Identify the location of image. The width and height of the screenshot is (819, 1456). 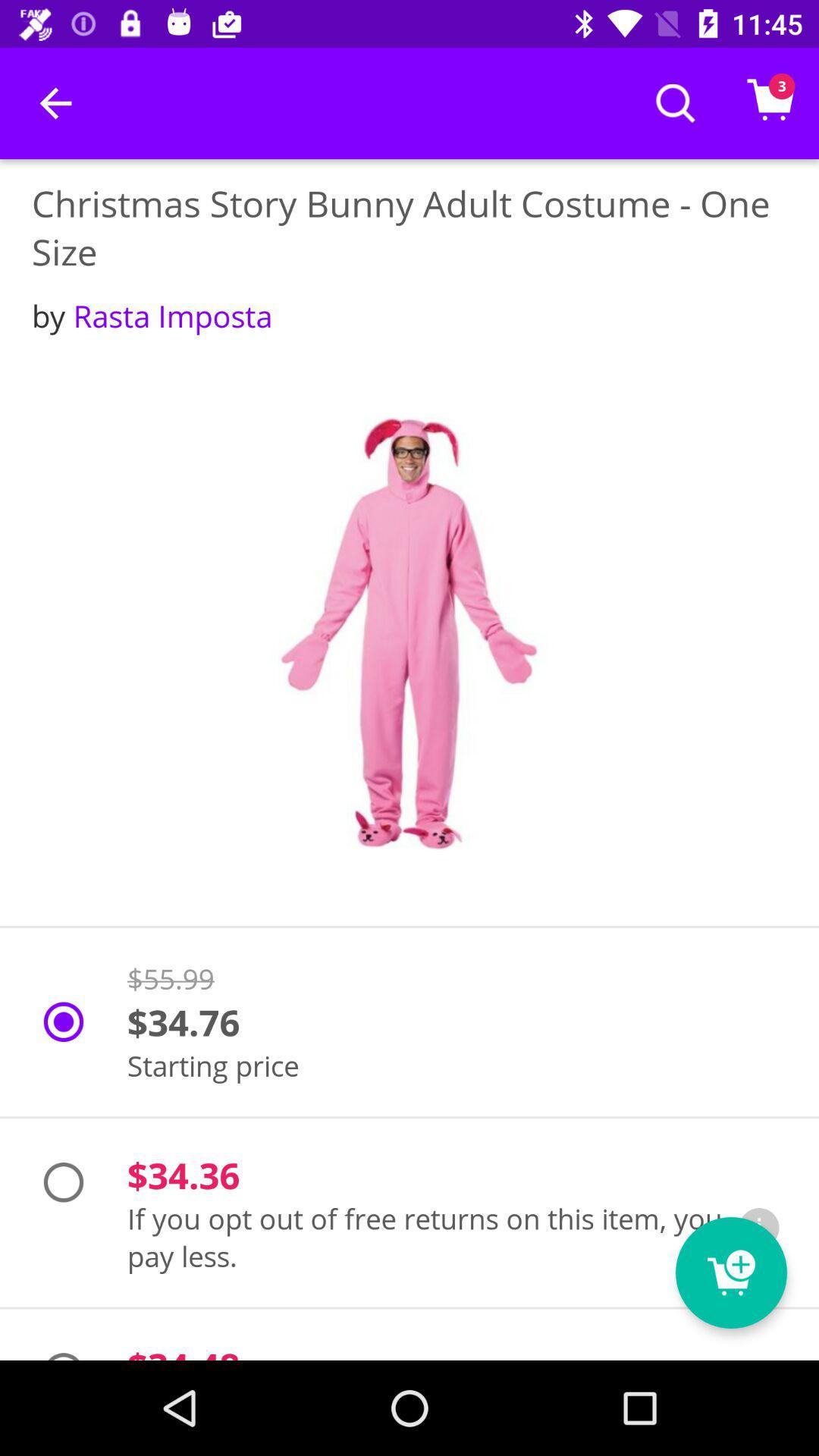
(409, 633).